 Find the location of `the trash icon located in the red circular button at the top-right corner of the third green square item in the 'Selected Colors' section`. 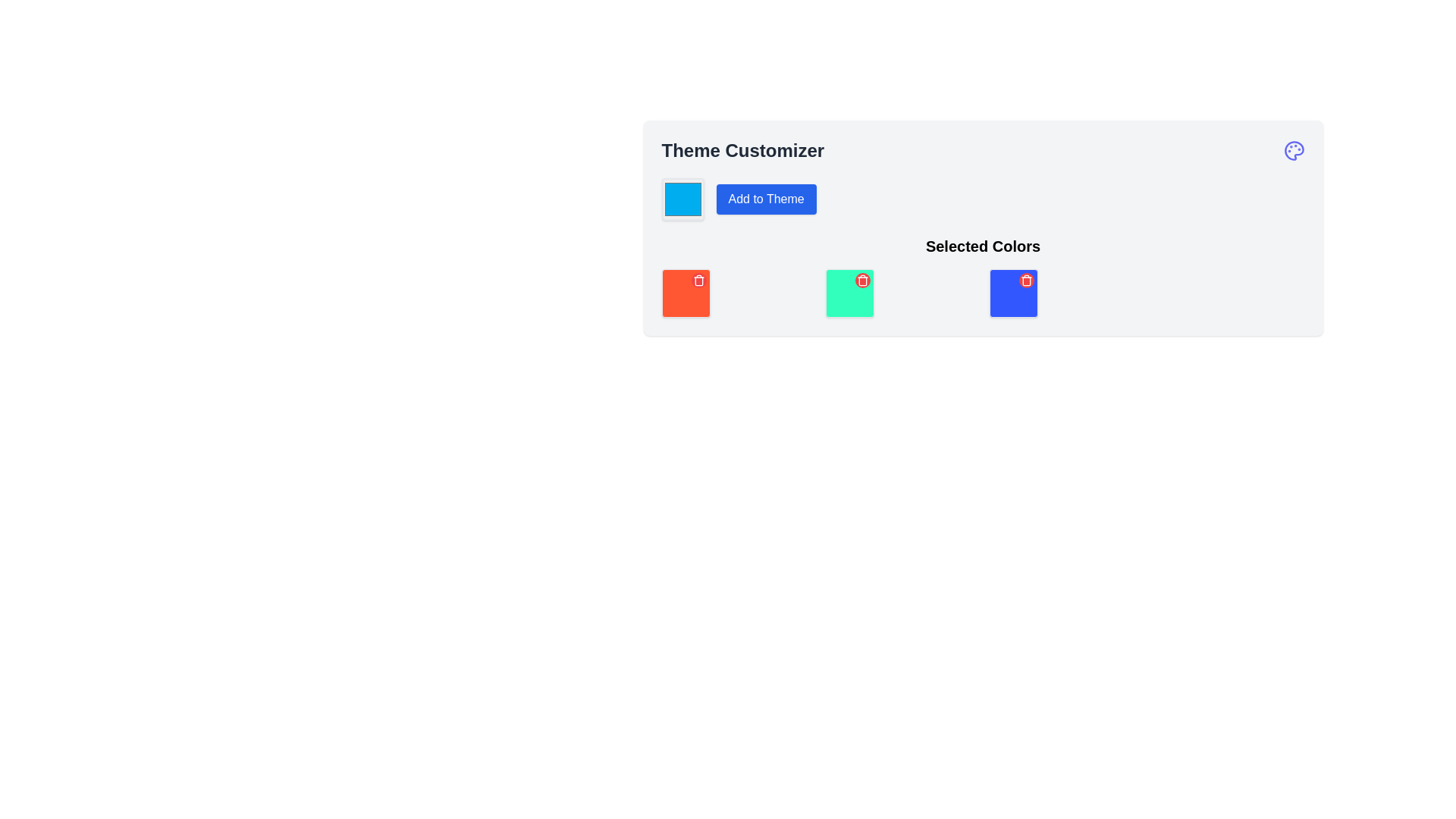

the trash icon located in the red circular button at the top-right corner of the third green square item in the 'Selected Colors' section is located at coordinates (862, 281).